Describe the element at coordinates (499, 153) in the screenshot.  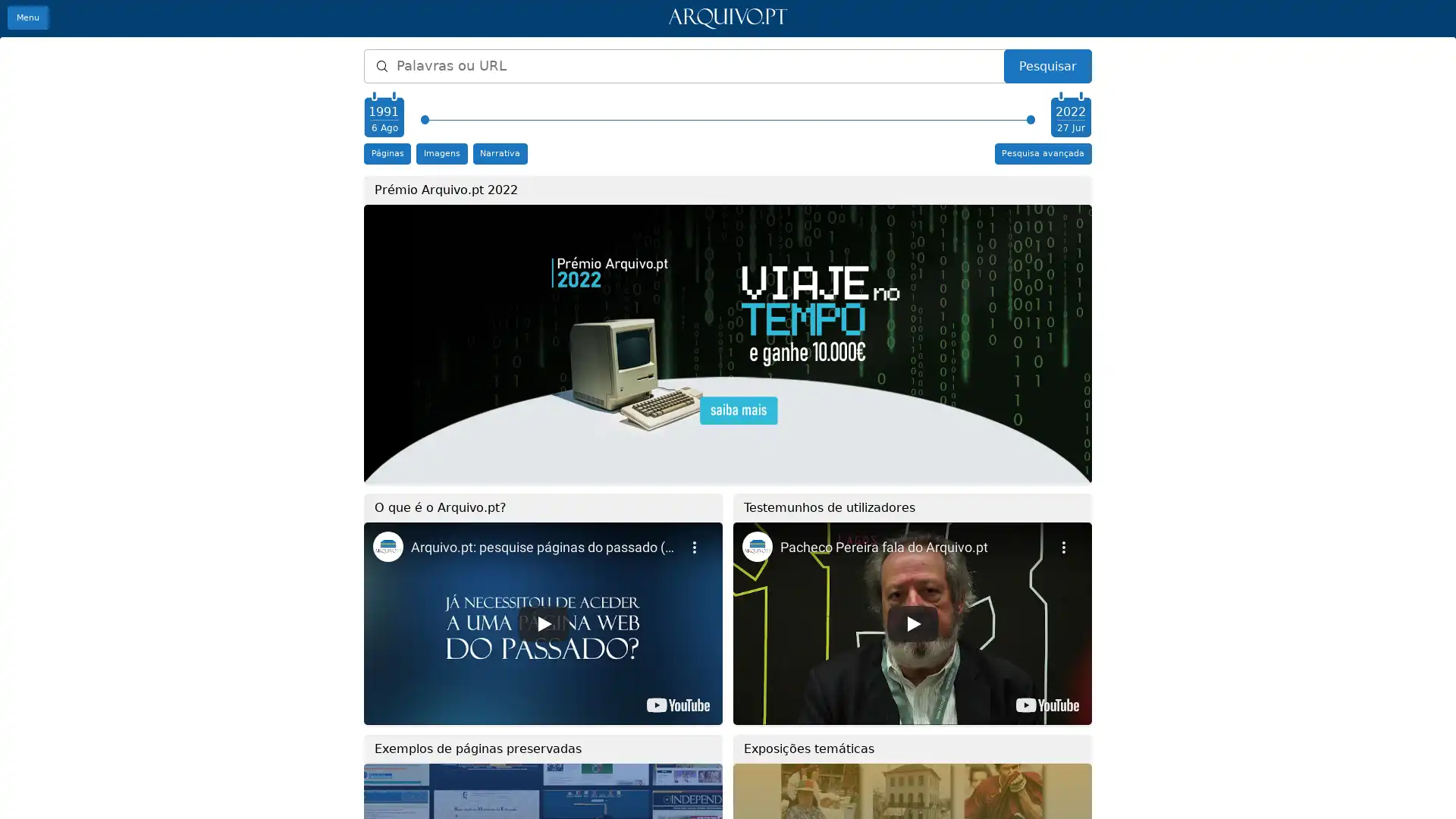
I see `Narrativa` at that location.